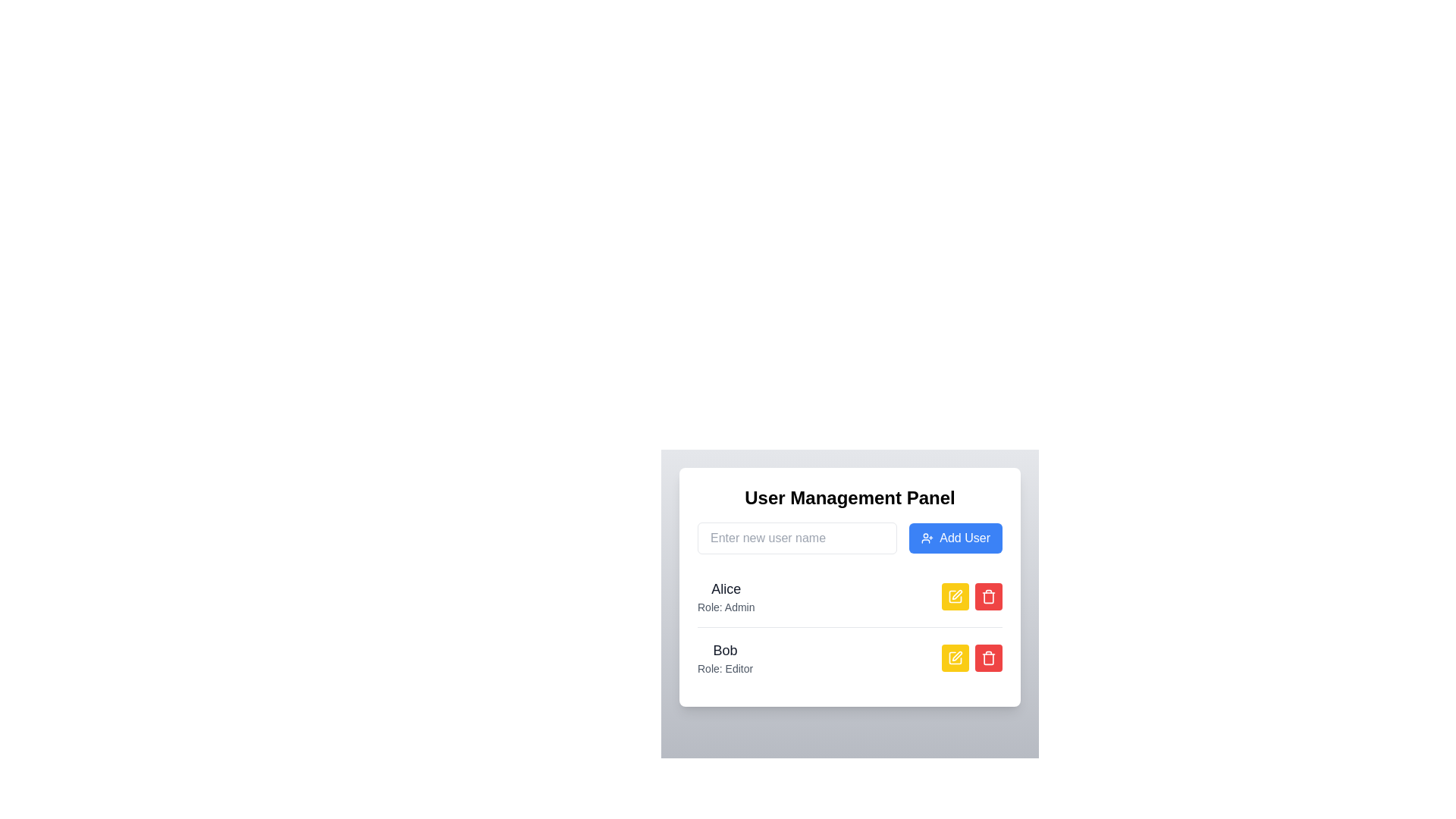 This screenshot has width=1456, height=819. What do you see at coordinates (725, 595) in the screenshot?
I see `displayed information from the text element showing 'Alice' and 'Role: Admin' in the User Management Panel interface, located in the first row of user entries` at bounding box center [725, 595].